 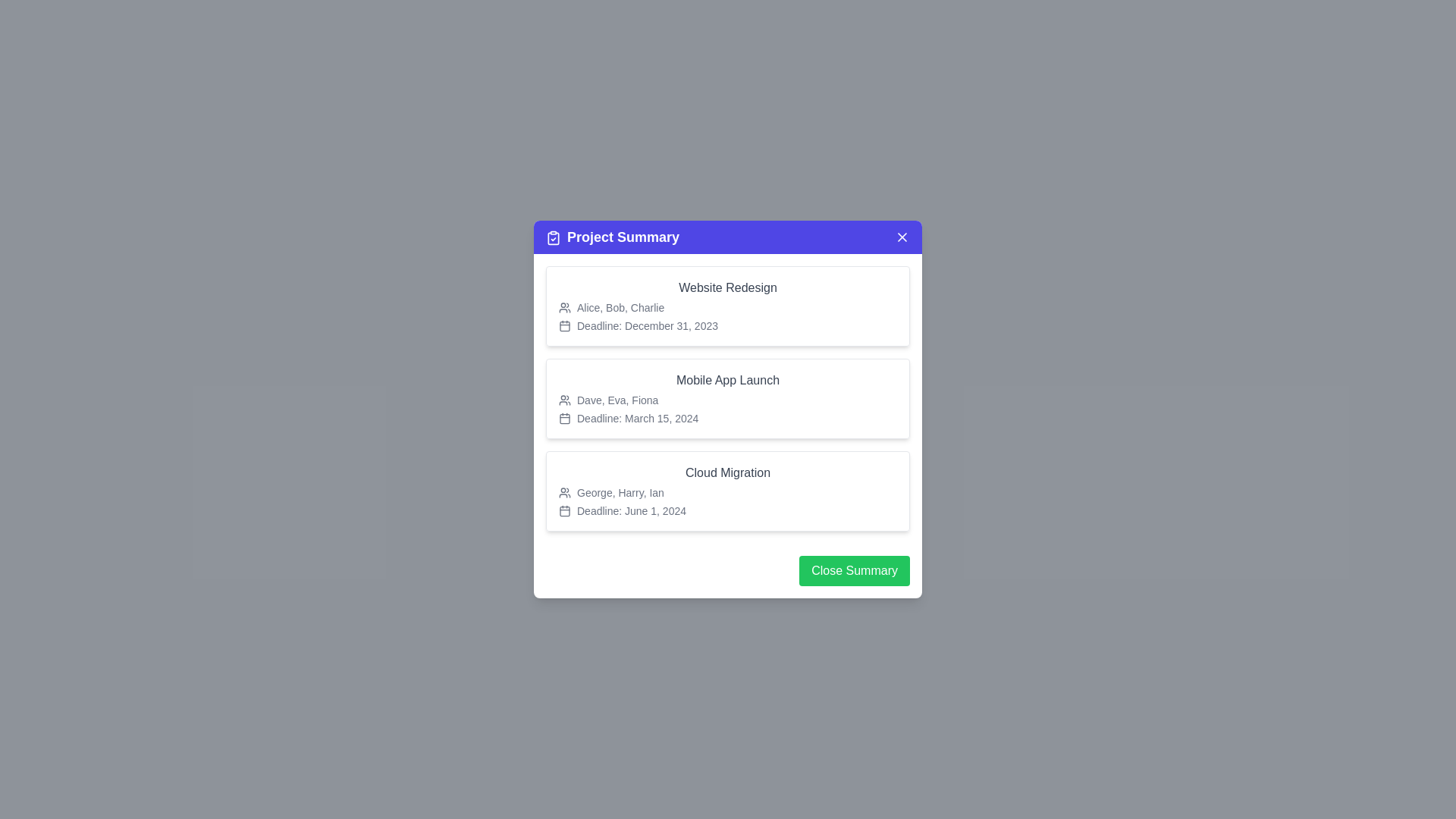 What do you see at coordinates (728, 306) in the screenshot?
I see `the project card for Website Redesign to read its details` at bounding box center [728, 306].